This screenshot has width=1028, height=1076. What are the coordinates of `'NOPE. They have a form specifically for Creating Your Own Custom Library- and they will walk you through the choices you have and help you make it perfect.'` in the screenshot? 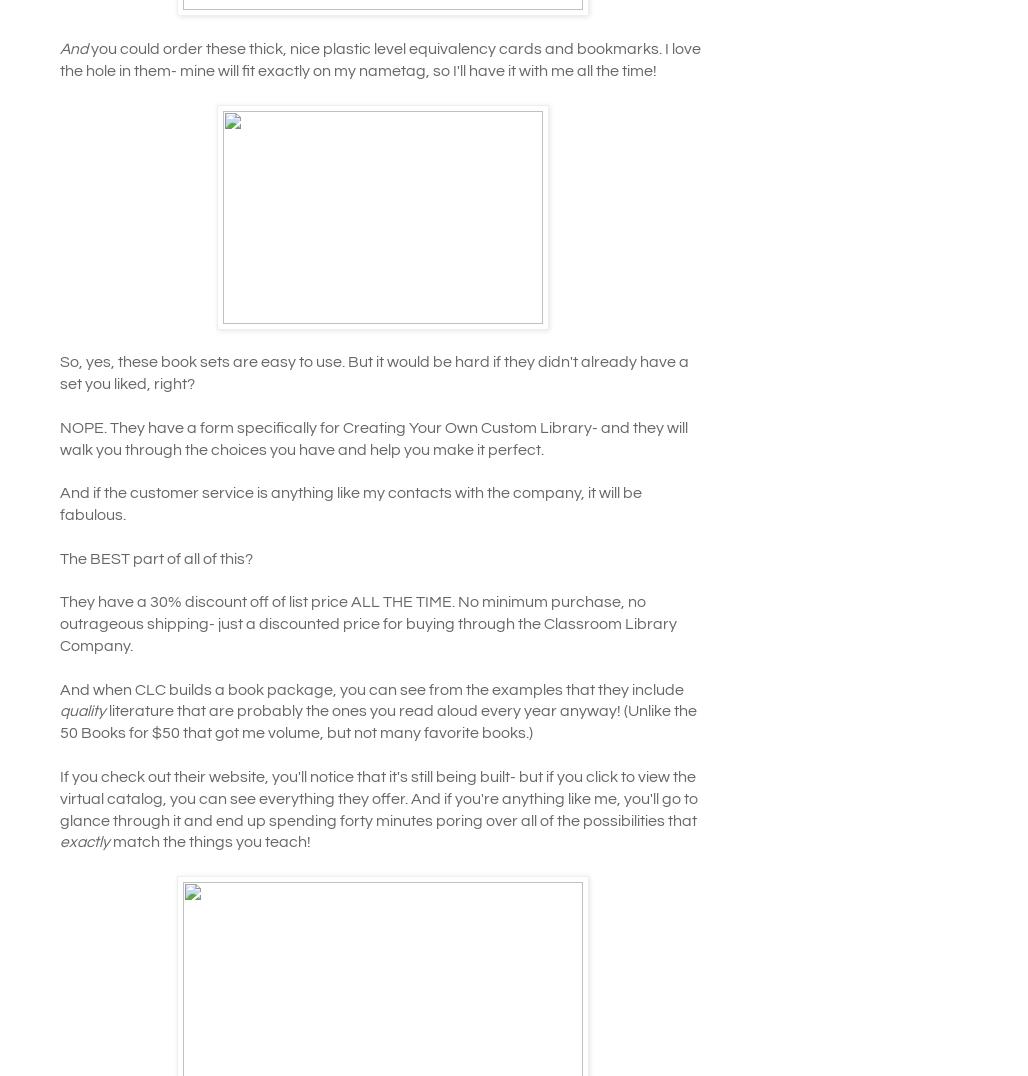 It's located at (60, 438).